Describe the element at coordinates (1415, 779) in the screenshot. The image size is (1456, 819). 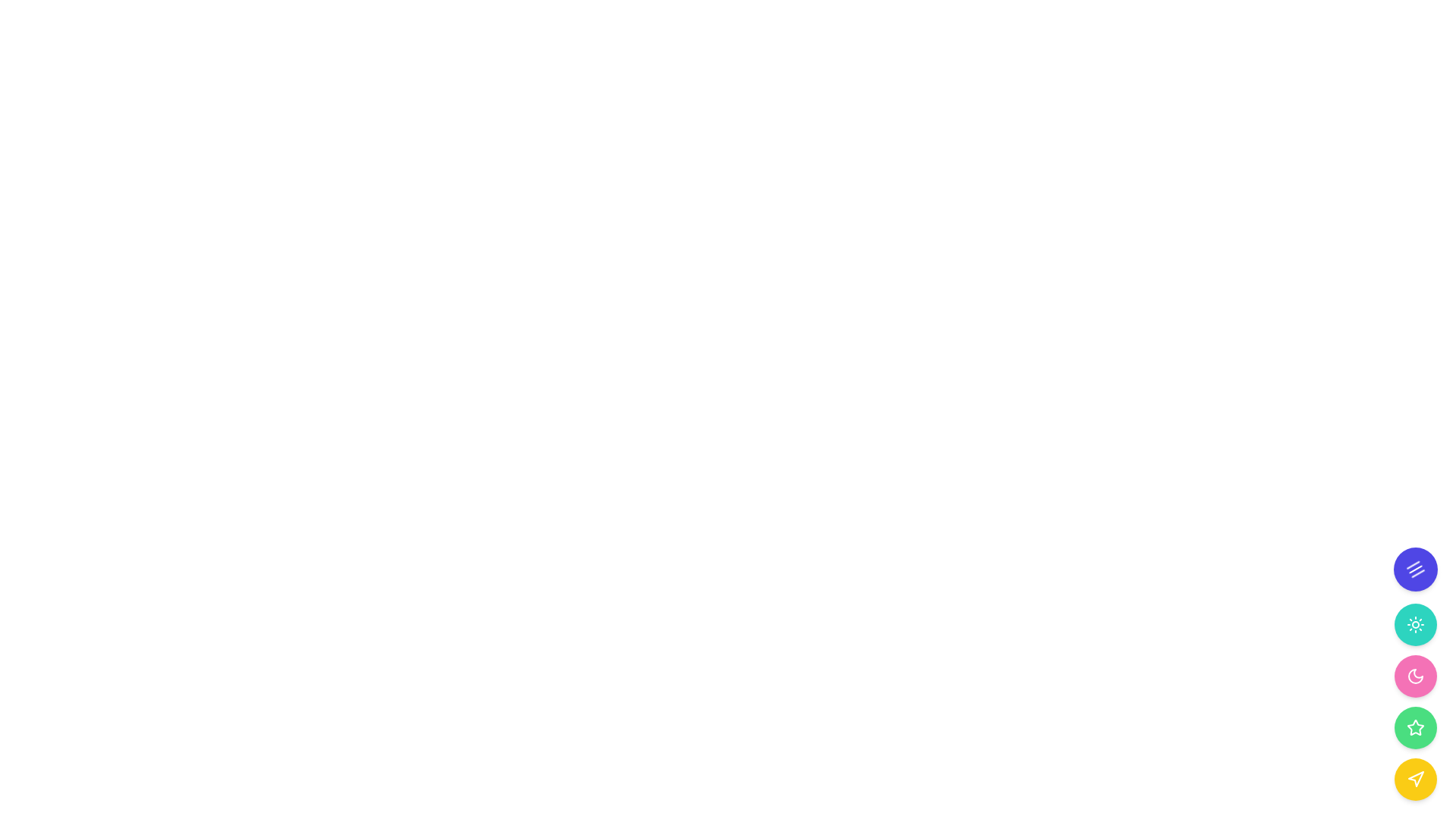
I see `the yellow circular button containing the navigation icon` at that location.